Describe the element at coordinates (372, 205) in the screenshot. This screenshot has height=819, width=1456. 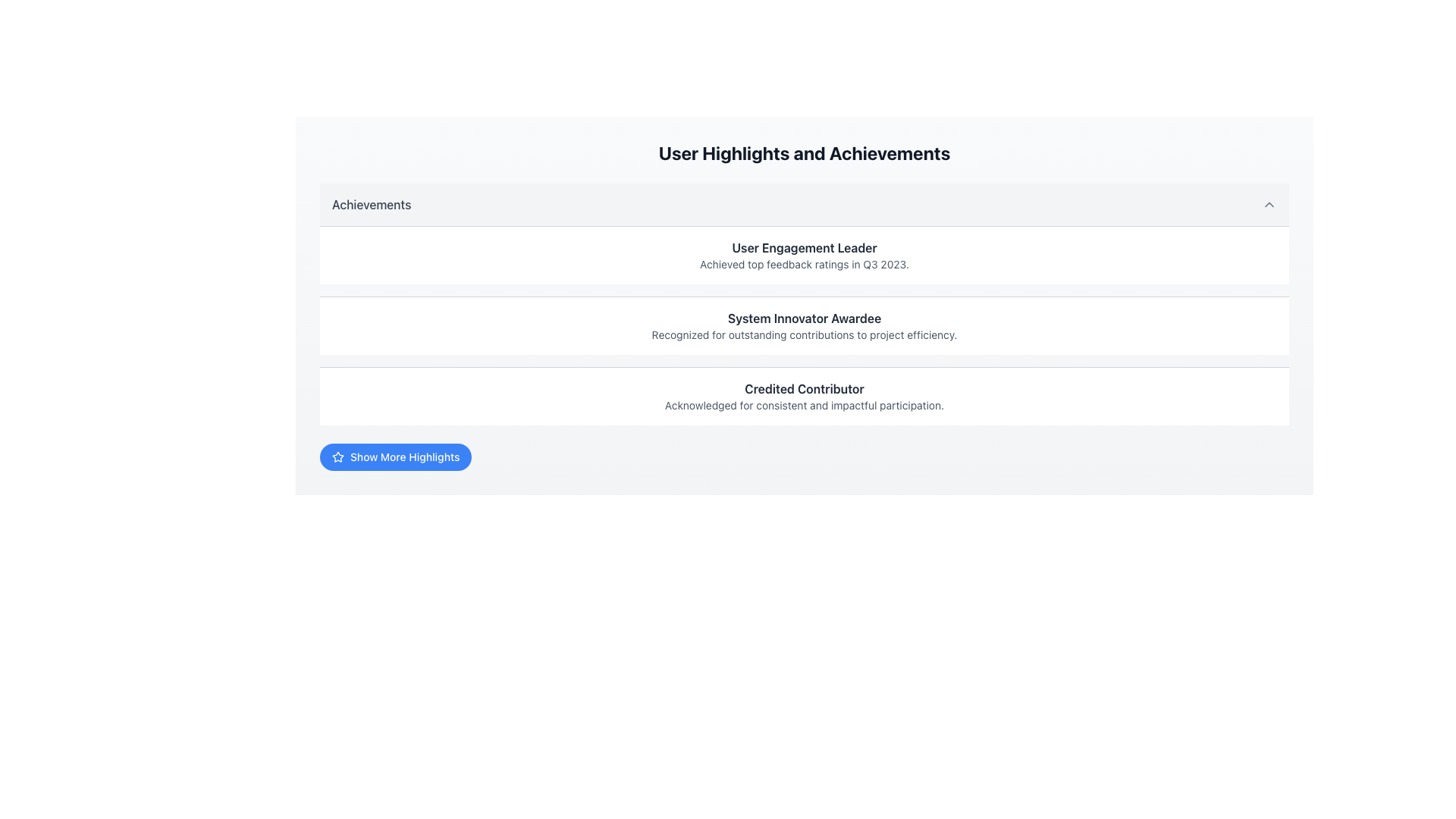
I see `the 'Achievements' text label, which is a medium gray textual component located at the top-left side of a section header bar` at that location.